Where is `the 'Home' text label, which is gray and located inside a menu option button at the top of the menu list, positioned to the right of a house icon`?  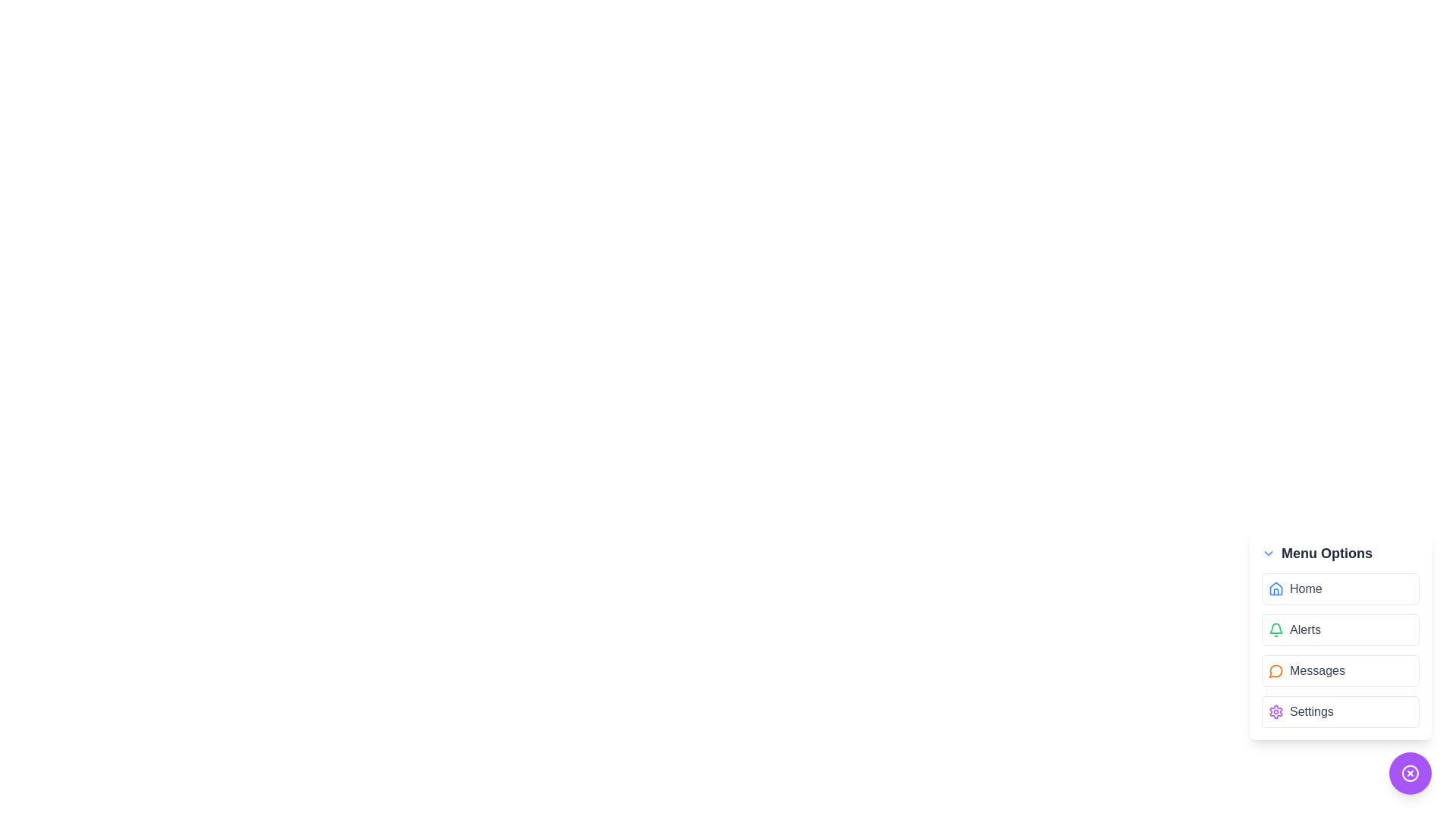
the 'Home' text label, which is gray and located inside a menu option button at the top of the menu list, positioned to the right of a house icon is located at coordinates (1305, 588).